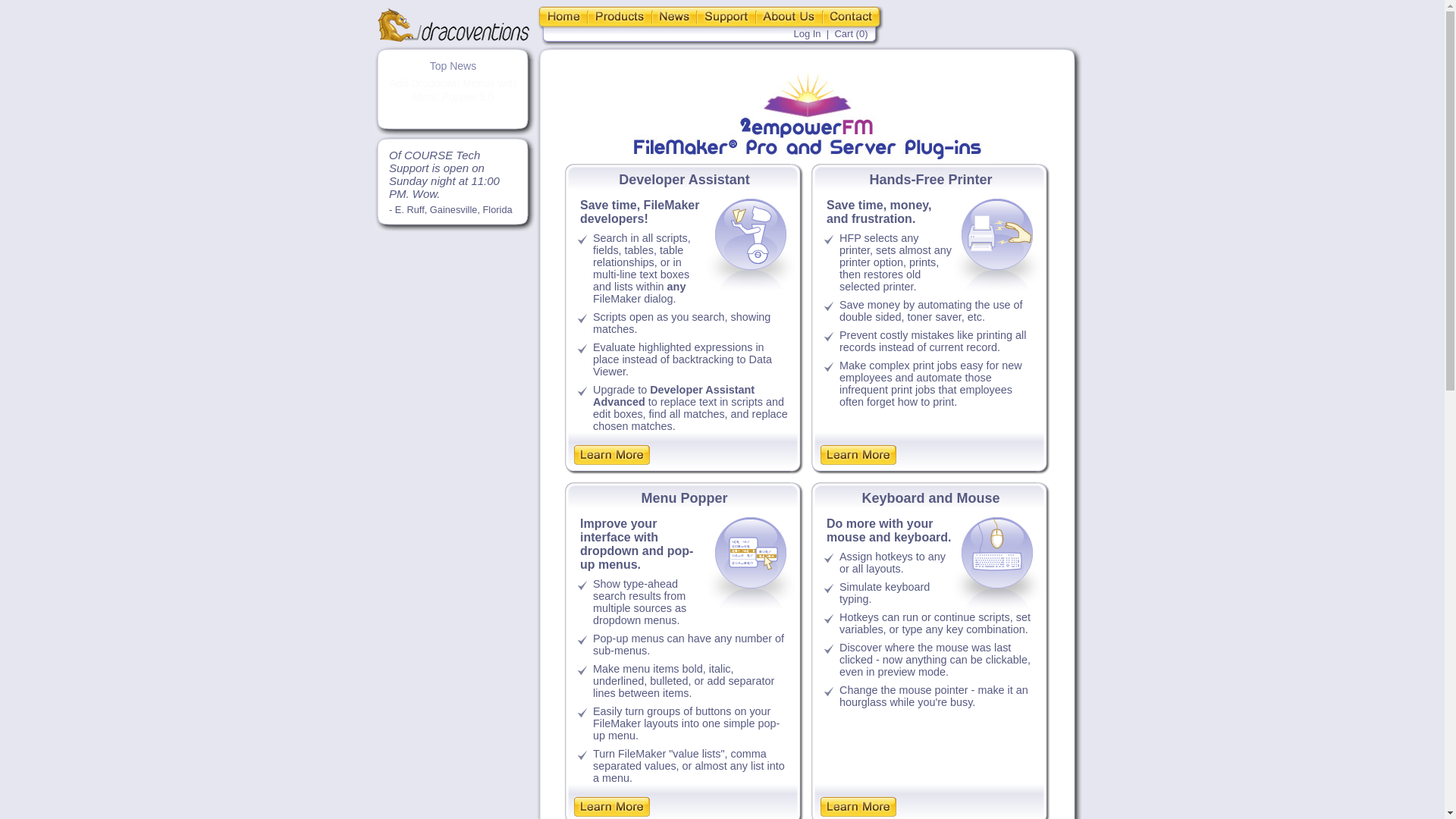 This screenshot has height=819, width=1456. I want to click on 'HFP fix for macOS 13 on Intel and DA updates', so click(394, 90).